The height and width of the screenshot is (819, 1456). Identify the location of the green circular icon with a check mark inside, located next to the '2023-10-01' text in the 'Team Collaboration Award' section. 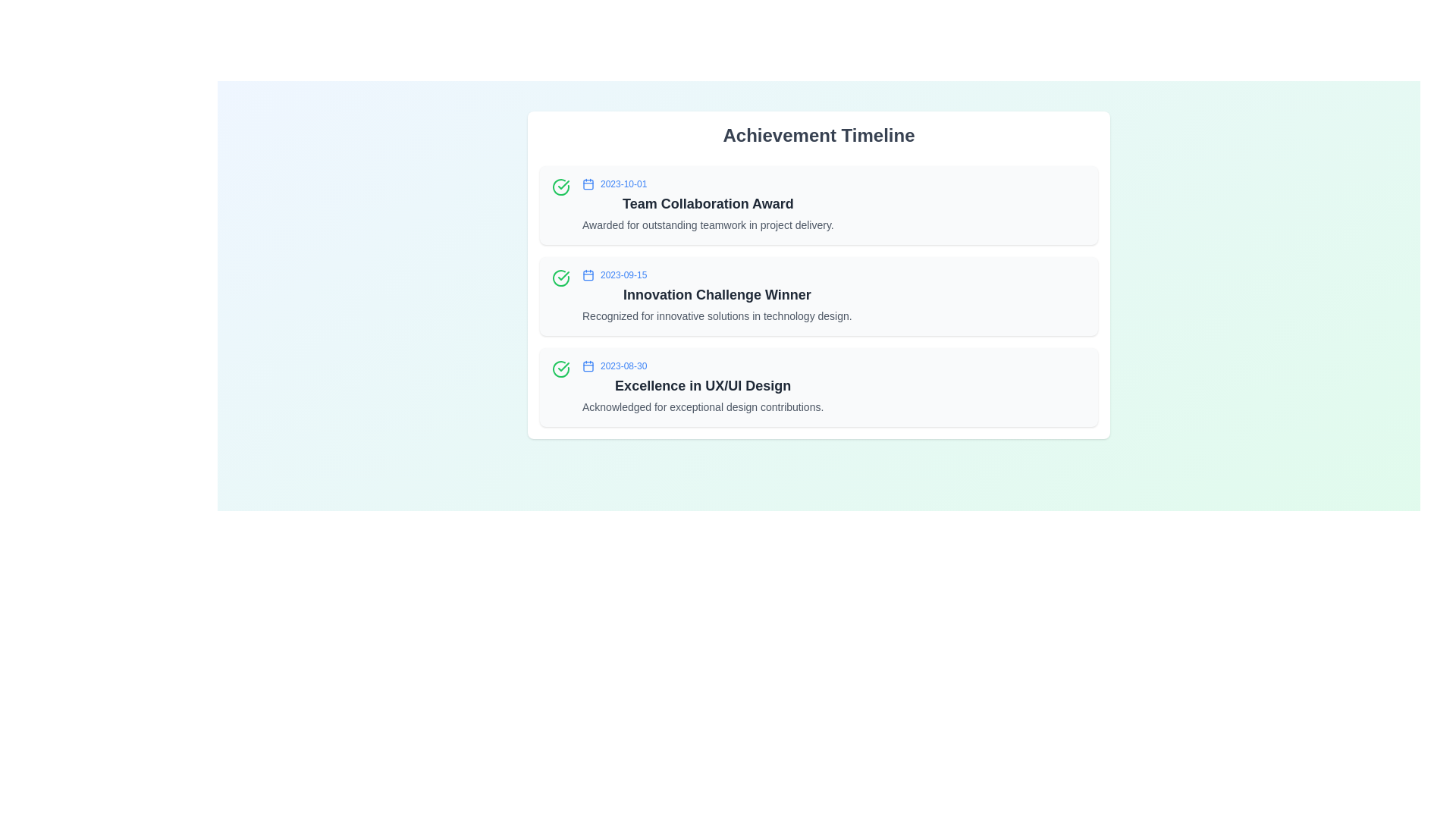
(560, 186).